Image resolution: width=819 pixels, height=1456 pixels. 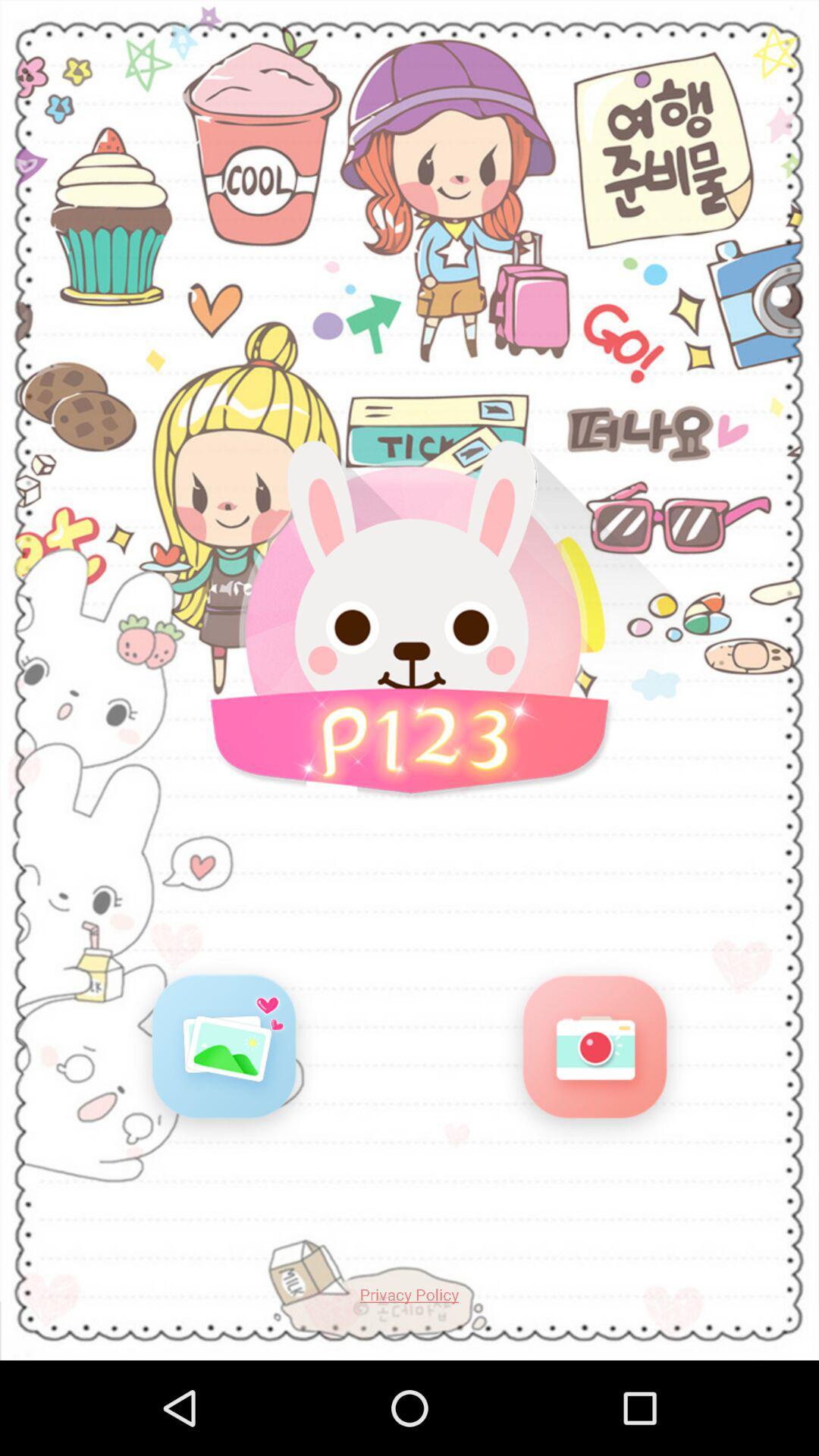 I want to click on open camera, so click(x=594, y=1053).